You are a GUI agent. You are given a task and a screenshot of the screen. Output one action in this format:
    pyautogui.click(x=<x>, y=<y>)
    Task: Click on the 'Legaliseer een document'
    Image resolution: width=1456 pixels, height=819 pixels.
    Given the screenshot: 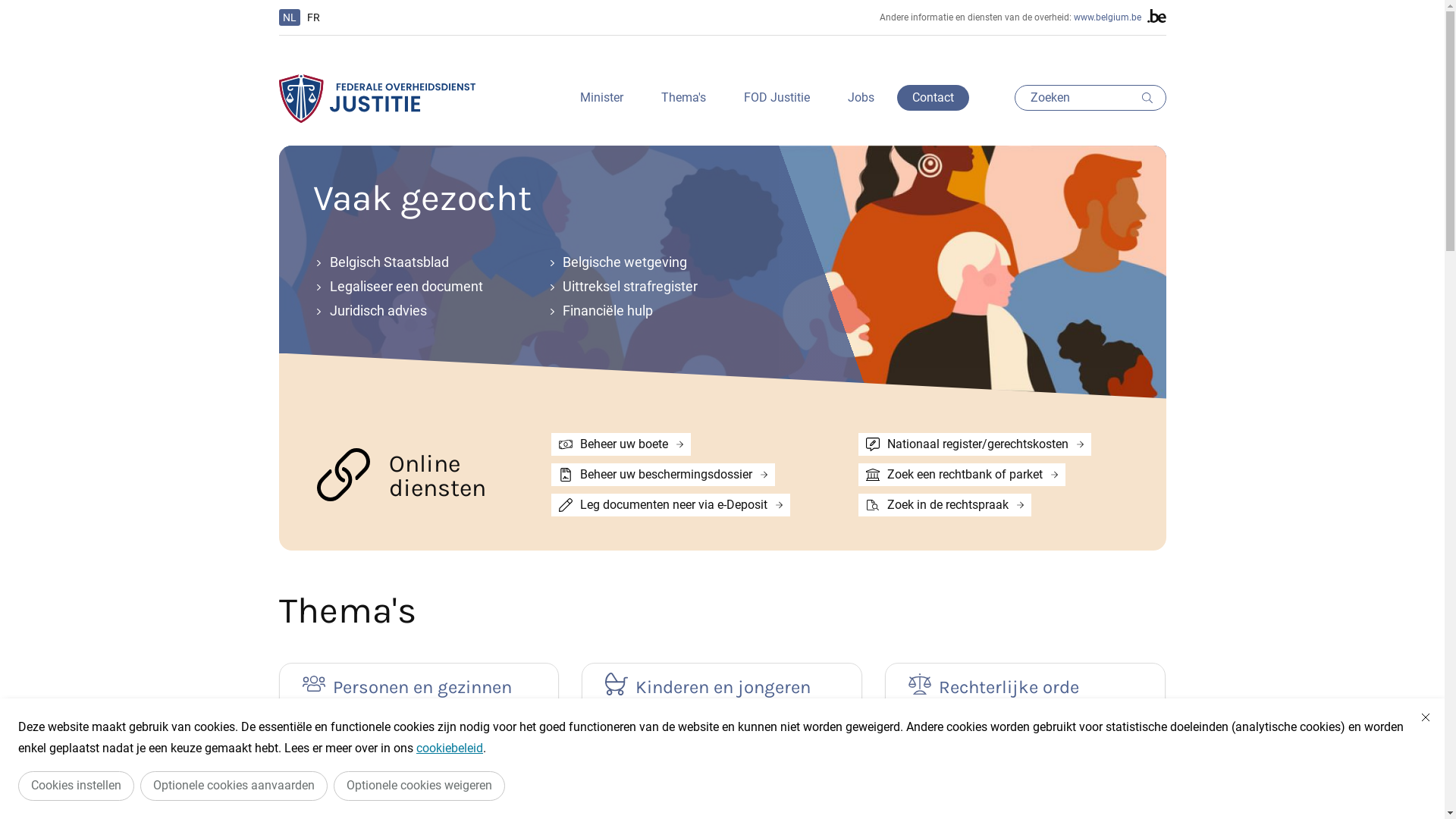 What is the action you would take?
    pyautogui.click(x=411, y=287)
    